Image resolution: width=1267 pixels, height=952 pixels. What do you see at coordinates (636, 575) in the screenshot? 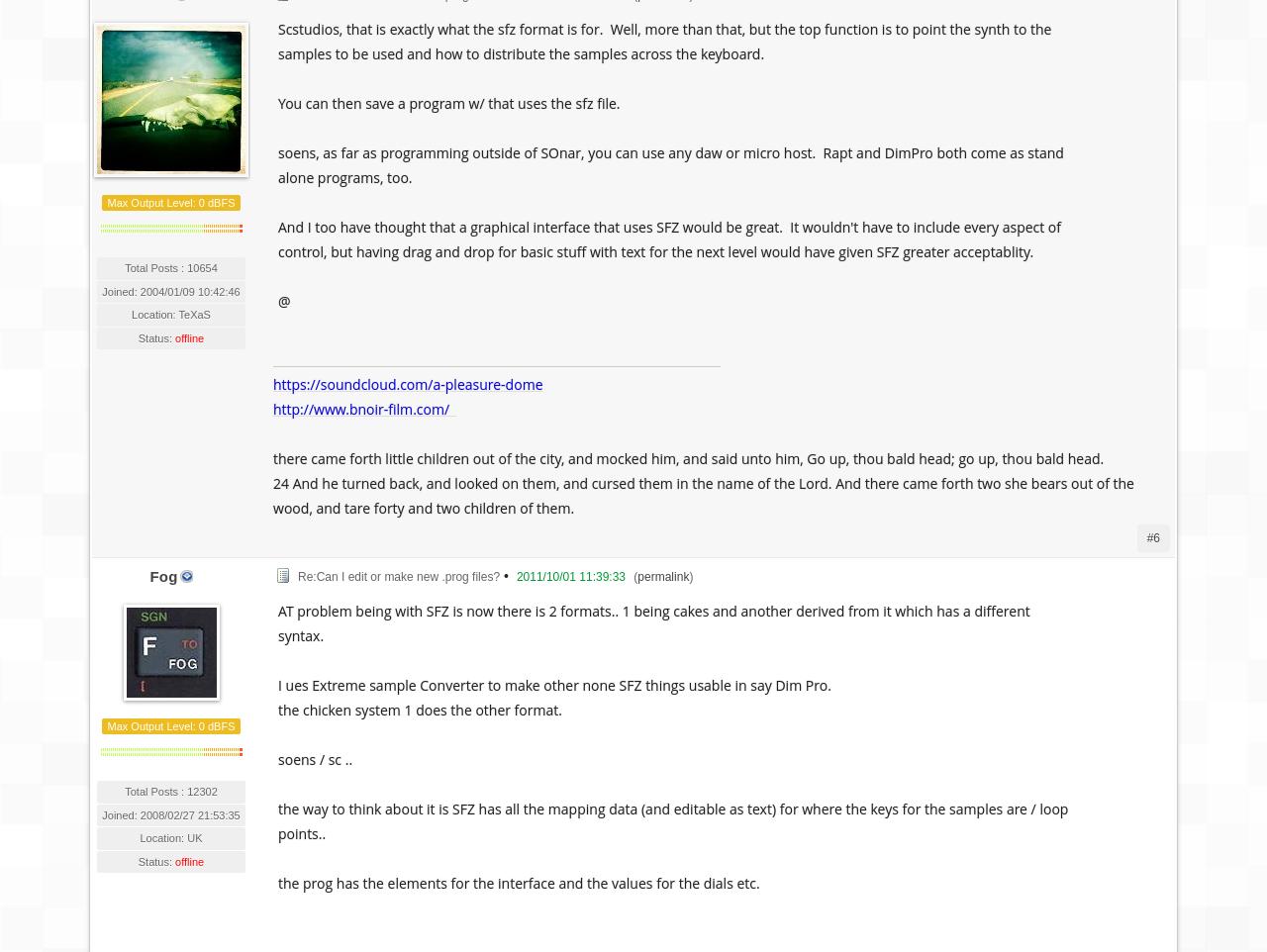
I see `'permalink'` at bounding box center [636, 575].